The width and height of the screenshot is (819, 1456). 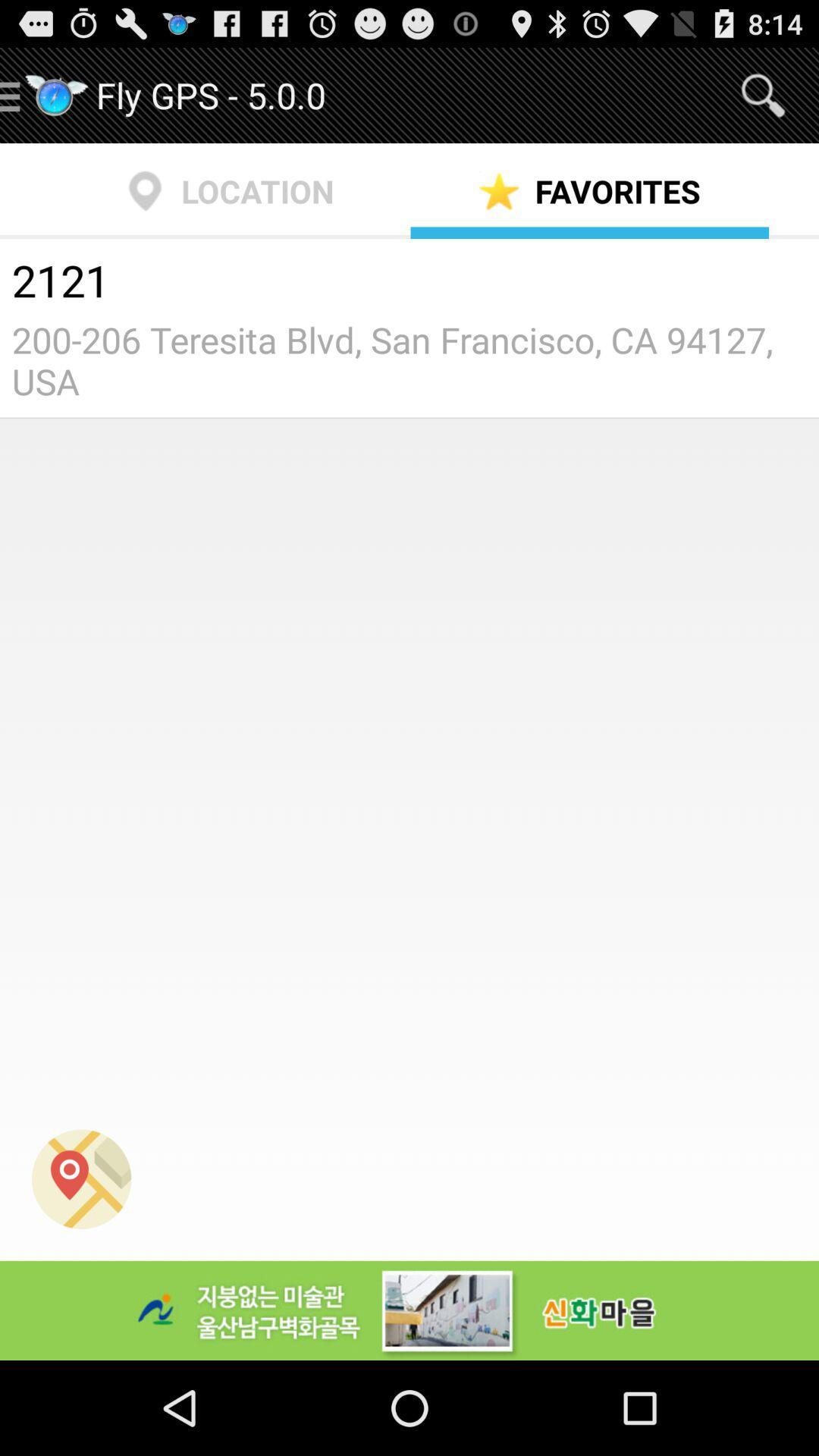 I want to click on the icon below 2121 icon, so click(x=409, y=359).